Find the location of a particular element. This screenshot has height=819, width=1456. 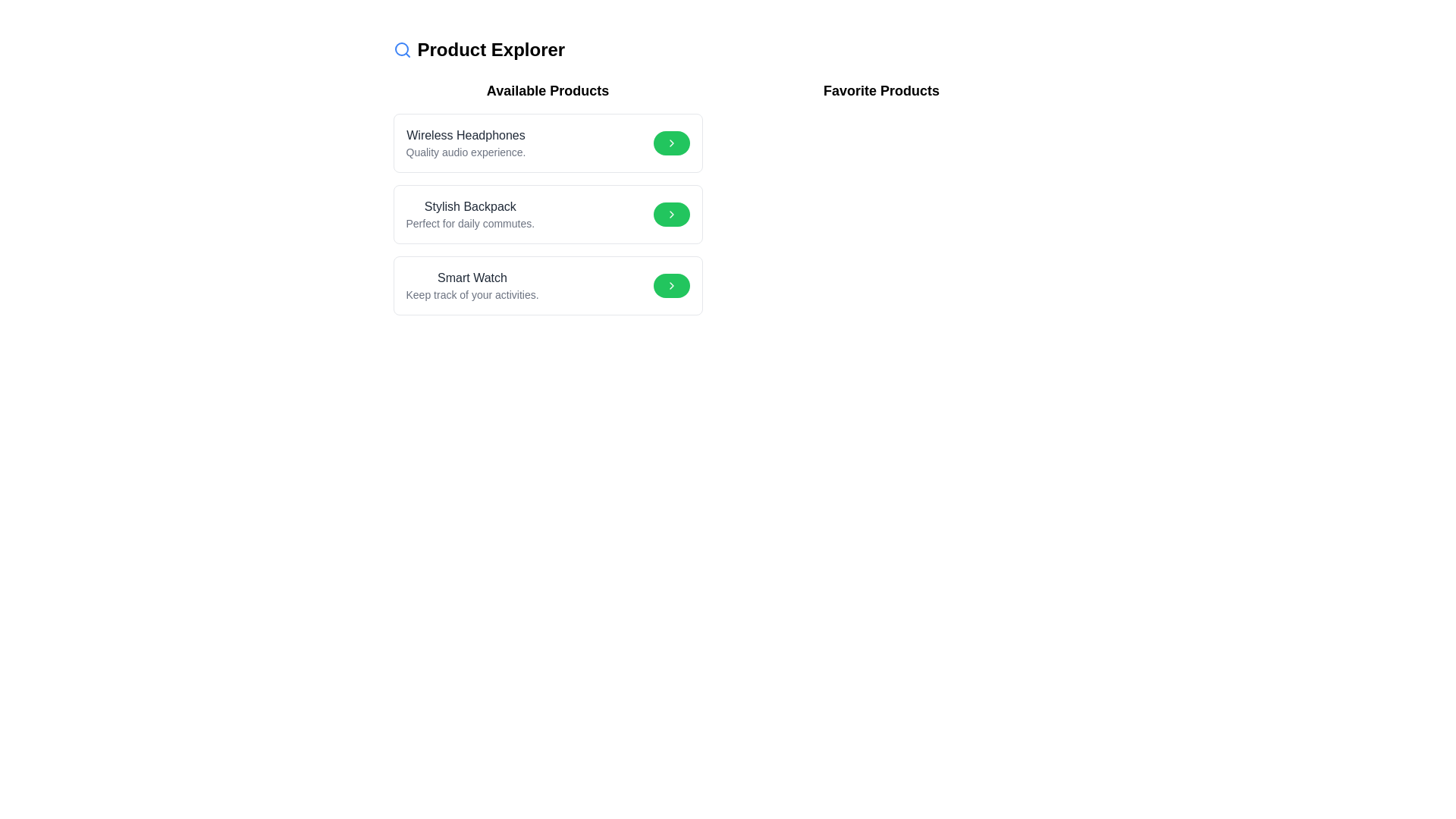

the text element displaying 'Quality audio experience.' located below the 'Wireless Headphones' title in the first card of the 'Available Products' section is located at coordinates (465, 152).